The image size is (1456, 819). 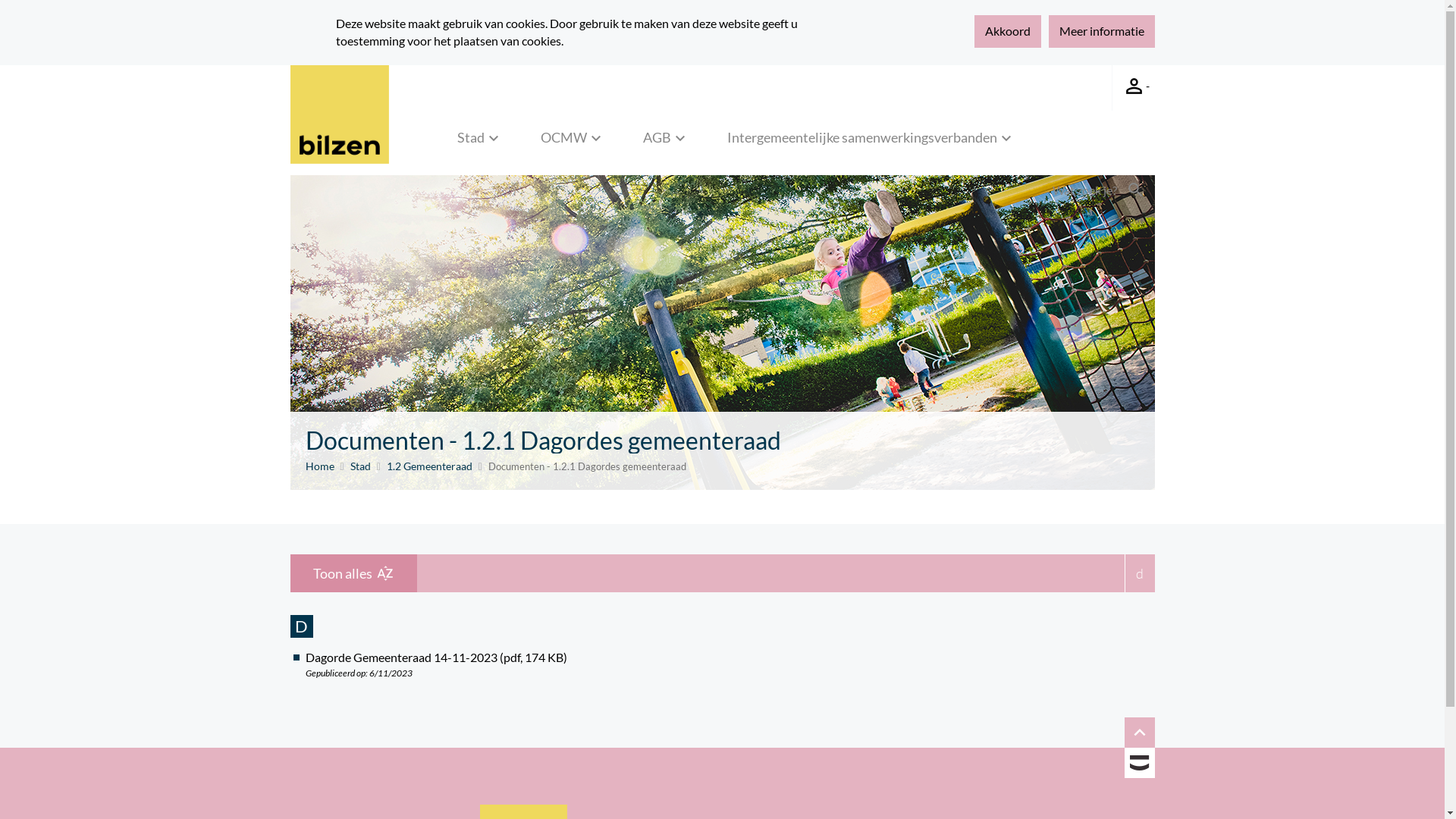 I want to click on 'Stad', so click(x=359, y=465).